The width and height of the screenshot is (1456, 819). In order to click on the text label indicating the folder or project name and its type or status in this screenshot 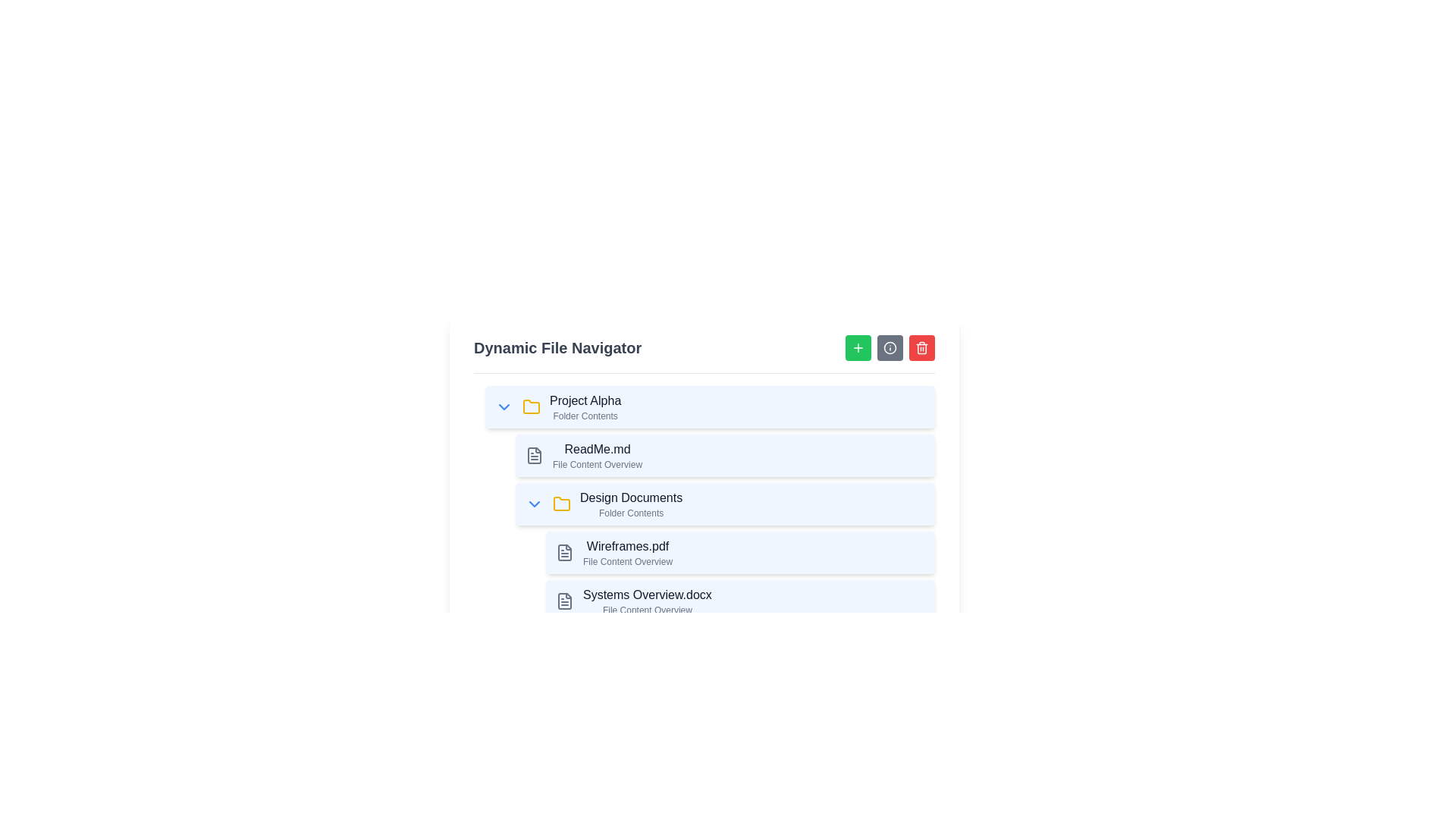, I will do `click(585, 406)`.